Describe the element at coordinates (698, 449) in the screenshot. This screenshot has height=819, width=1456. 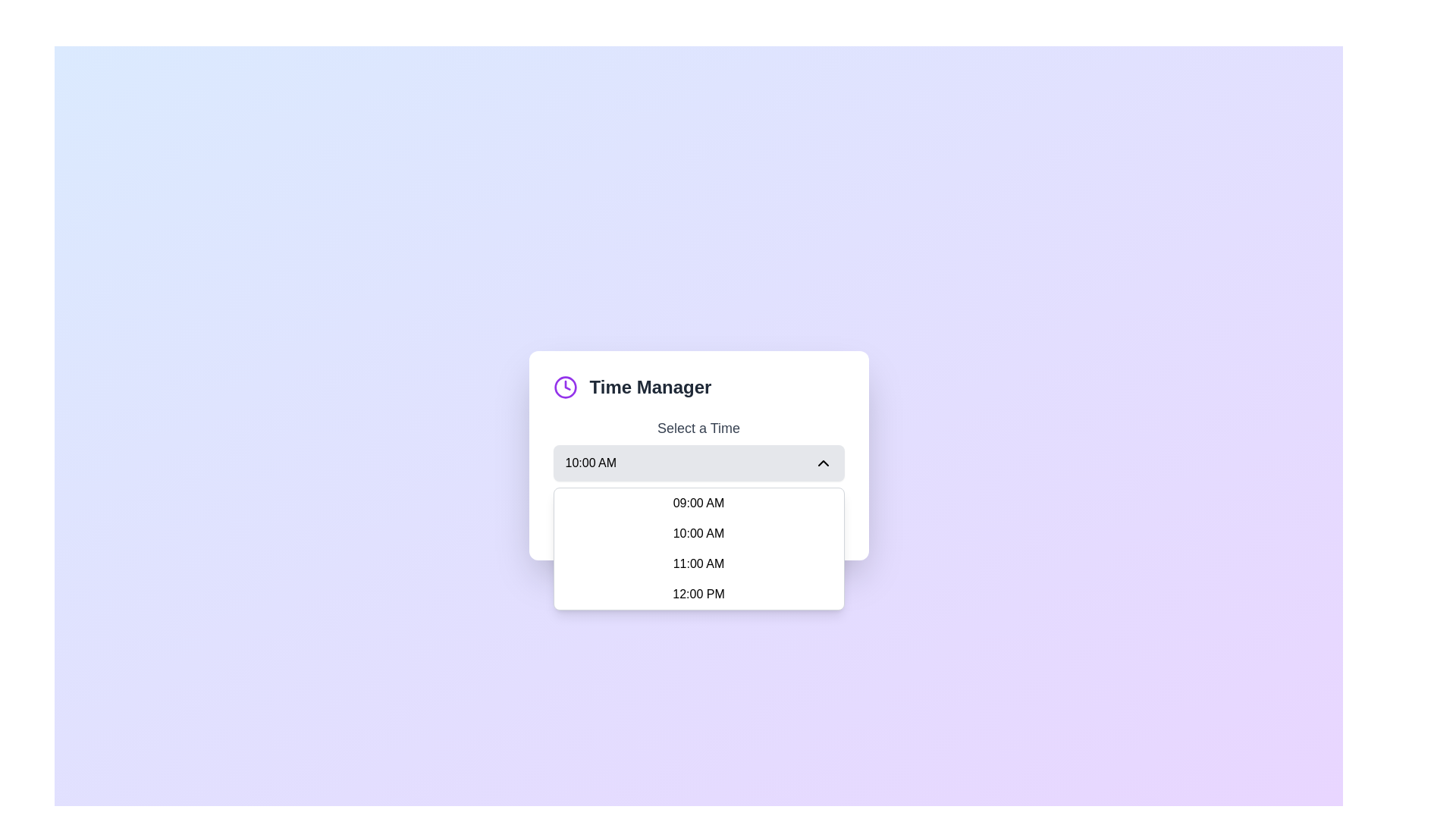
I see `a time option from the dropdown menu labeled 'Select a Time' located in the 'Time Manager' card` at that location.